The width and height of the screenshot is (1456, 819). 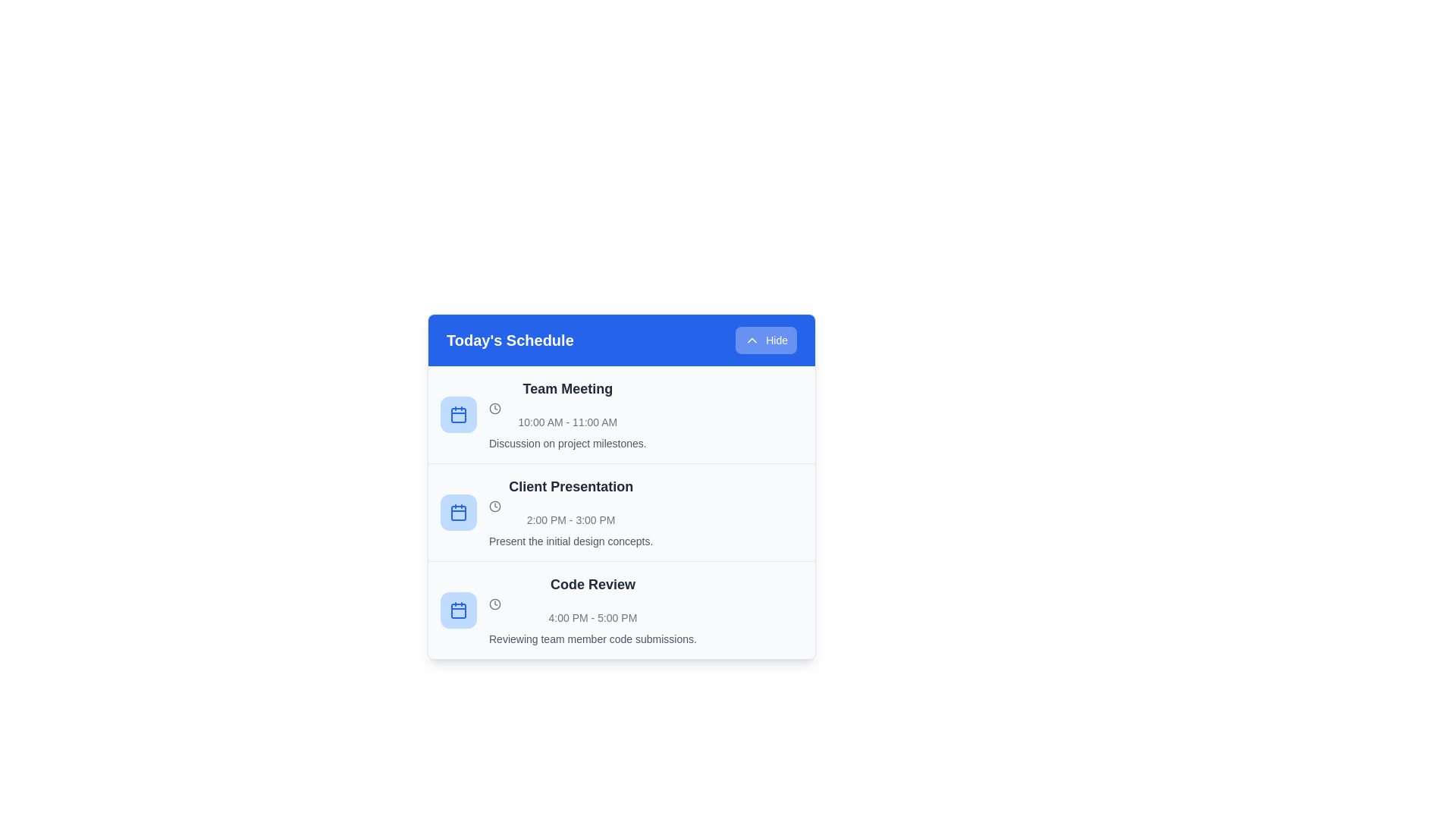 I want to click on the chevron-up icon, which is represented as an upward-pointing triangle with a minimalistic stroke-line style, located near the 'Hide' label on a light blue button in the top-right corner of the application interface, so click(x=752, y=339).